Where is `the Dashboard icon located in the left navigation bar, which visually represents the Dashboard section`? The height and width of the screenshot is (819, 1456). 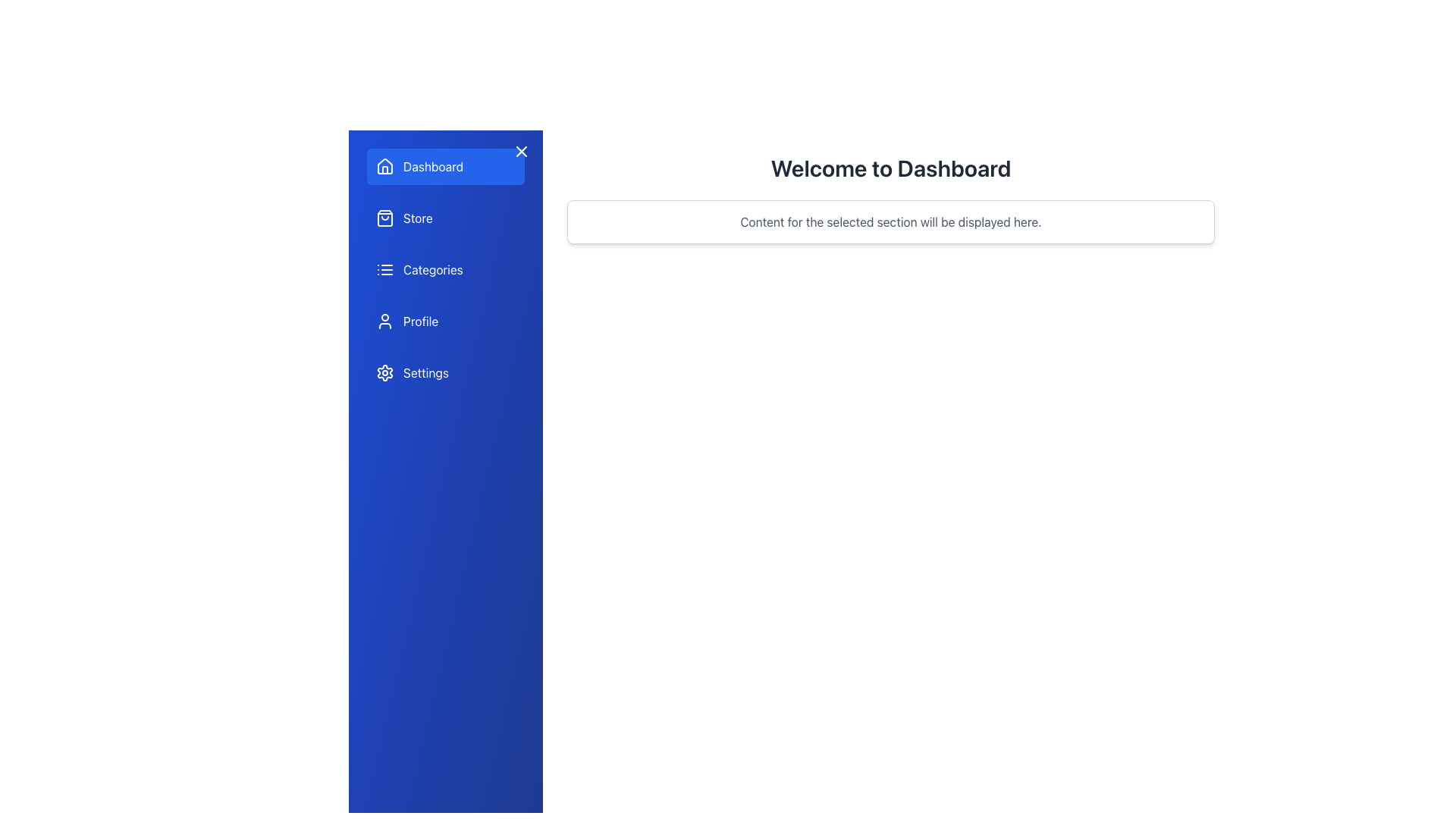 the Dashboard icon located in the left navigation bar, which visually represents the Dashboard section is located at coordinates (385, 166).